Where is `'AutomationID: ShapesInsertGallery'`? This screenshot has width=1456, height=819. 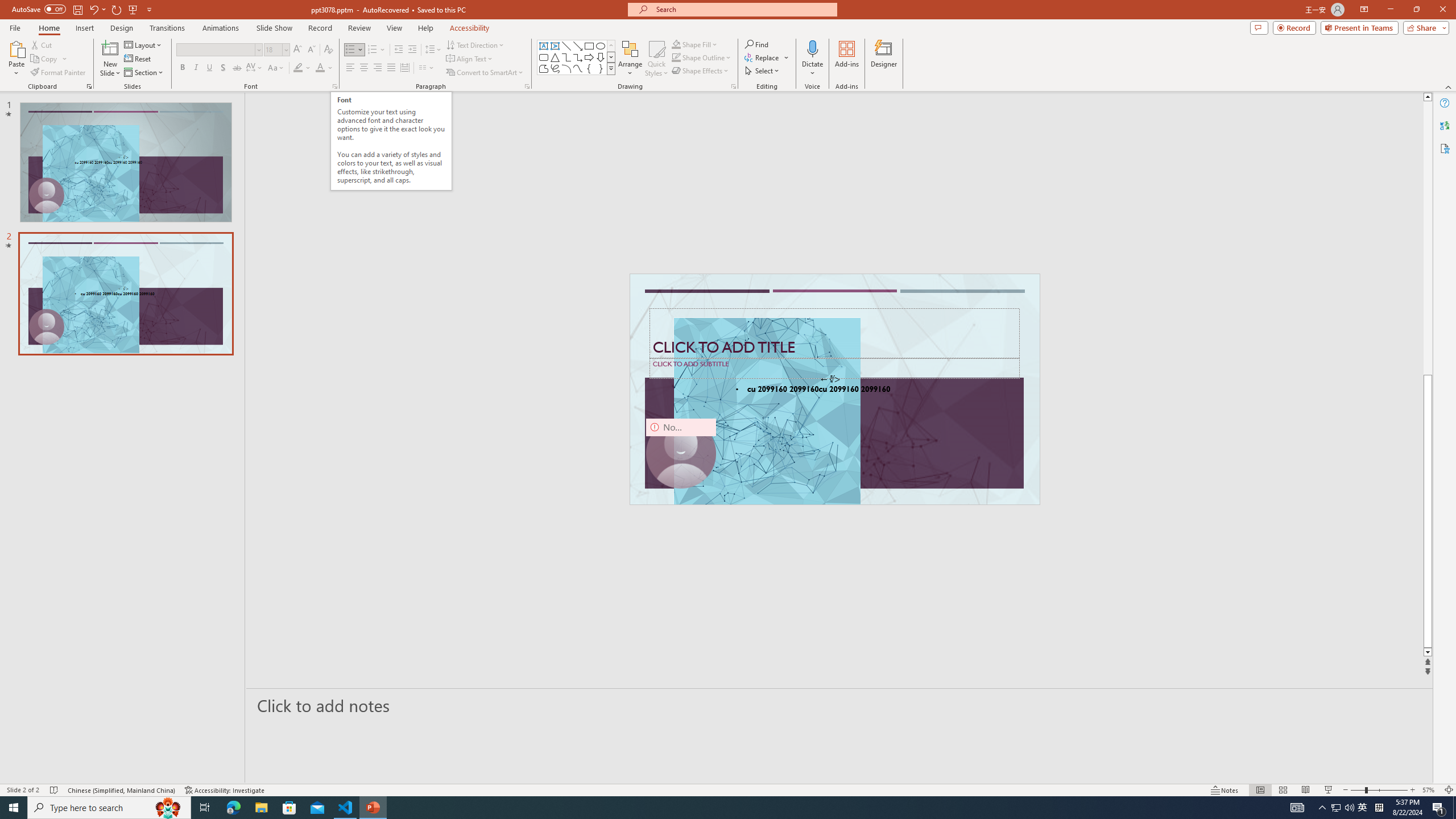
'AutomationID: ShapesInsertGallery' is located at coordinates (576, 57).